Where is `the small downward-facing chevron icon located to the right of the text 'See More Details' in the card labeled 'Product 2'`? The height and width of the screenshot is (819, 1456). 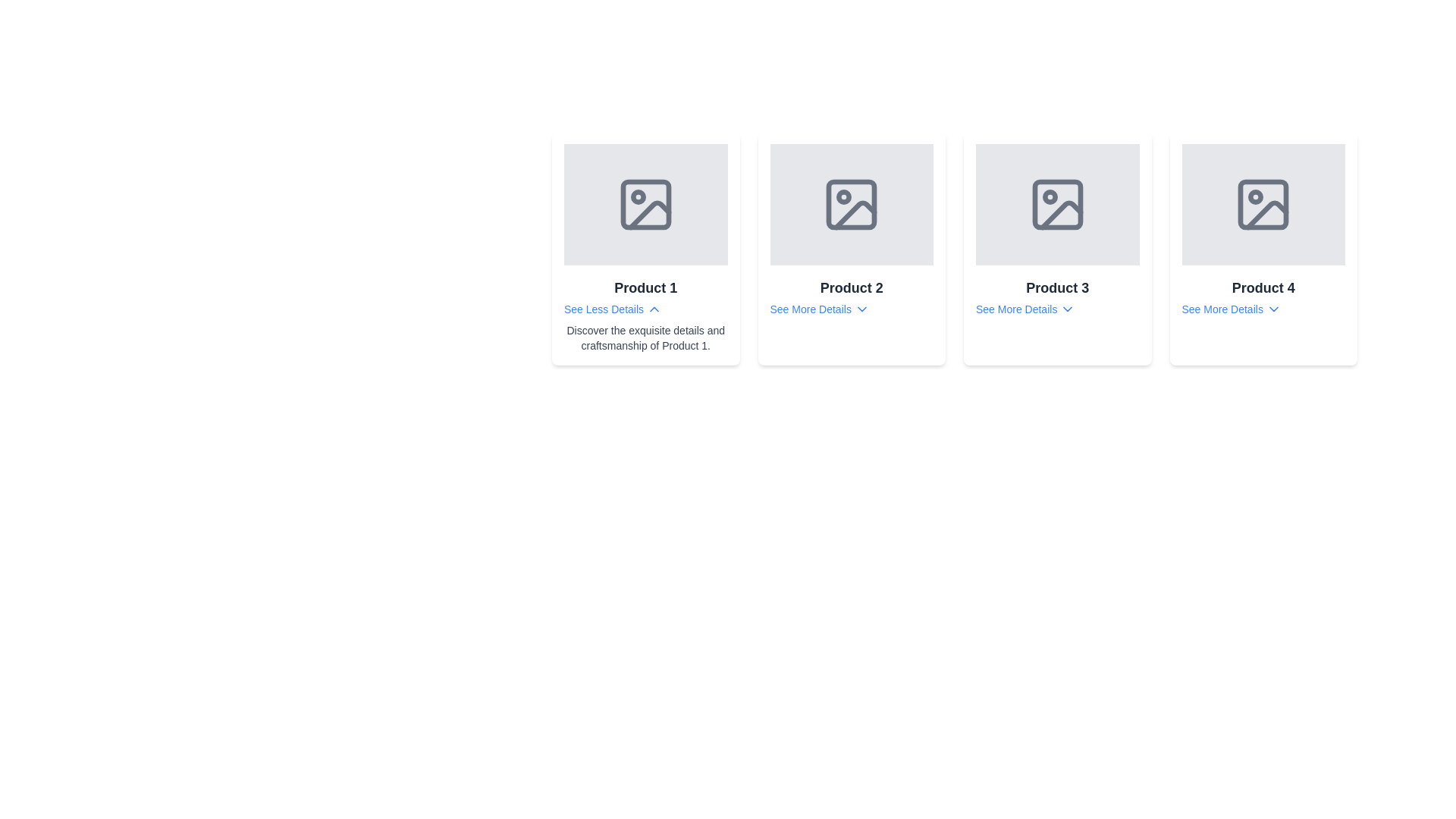
the small downward-facing chevron icon located to the right of the text 'See More Details' in the card labeled 'Product 2' is located at coordinates (861, 309).